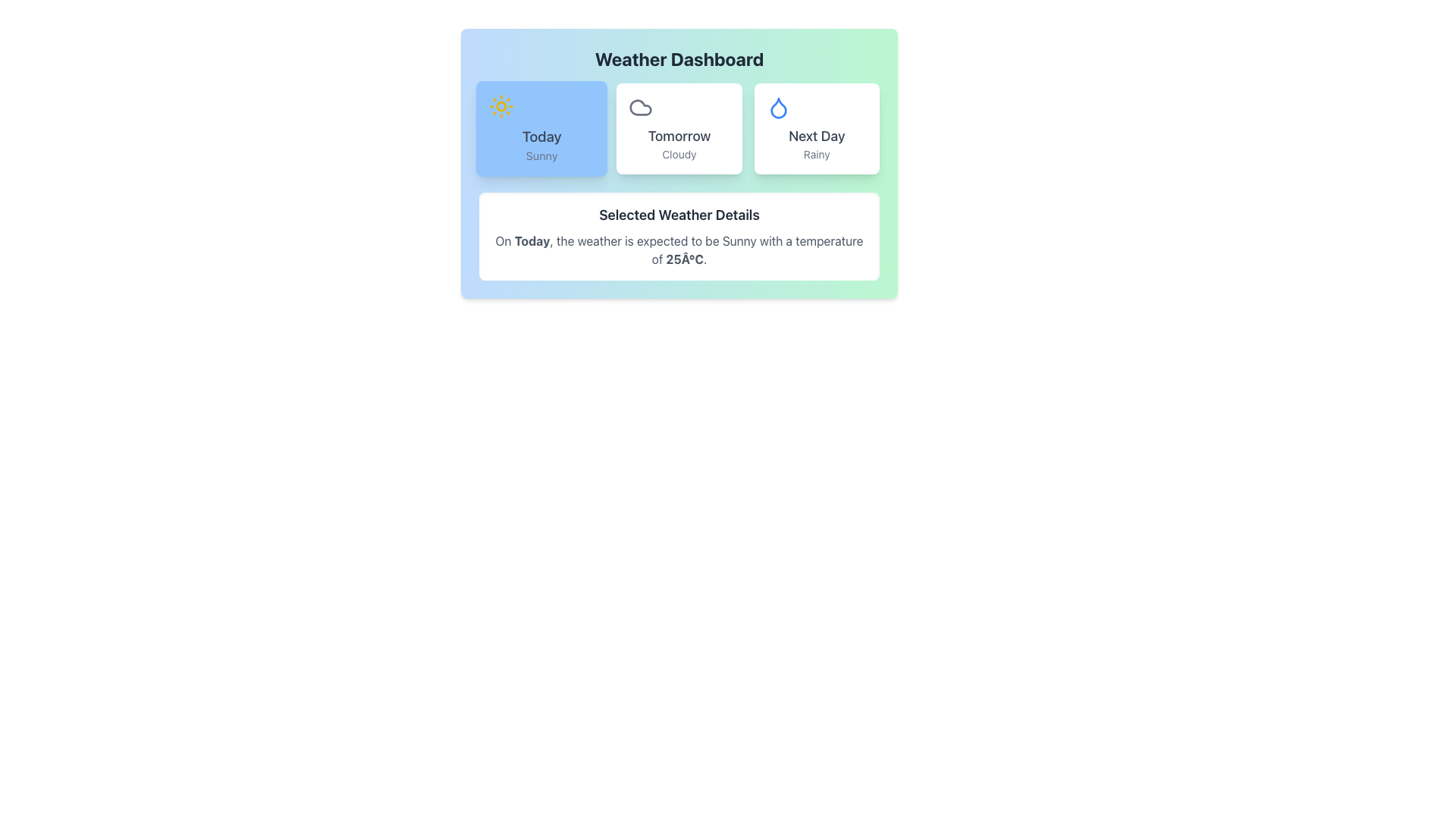 The image size is (1456, 819). What do you see at coordinates (778, 107) in the screenshot?
I see `the rain graphic icon representing the 'Rainy' forecast on the 'Next Day' card, which is the third card in the Weather Dashboard` at bounding box center [778, 107].